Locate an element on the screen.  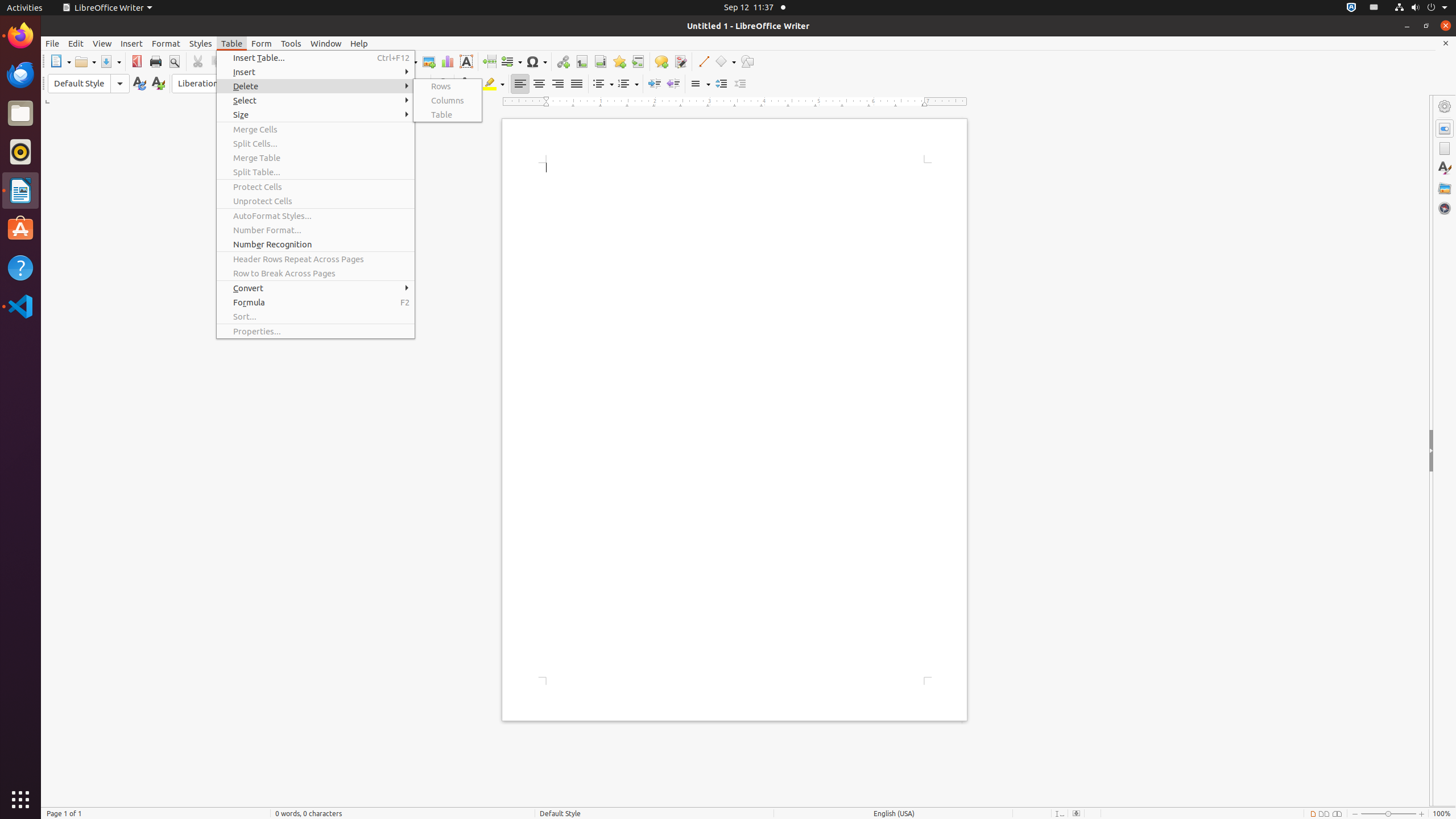
'Basic Shapes' is located at coordinates (724, 61).